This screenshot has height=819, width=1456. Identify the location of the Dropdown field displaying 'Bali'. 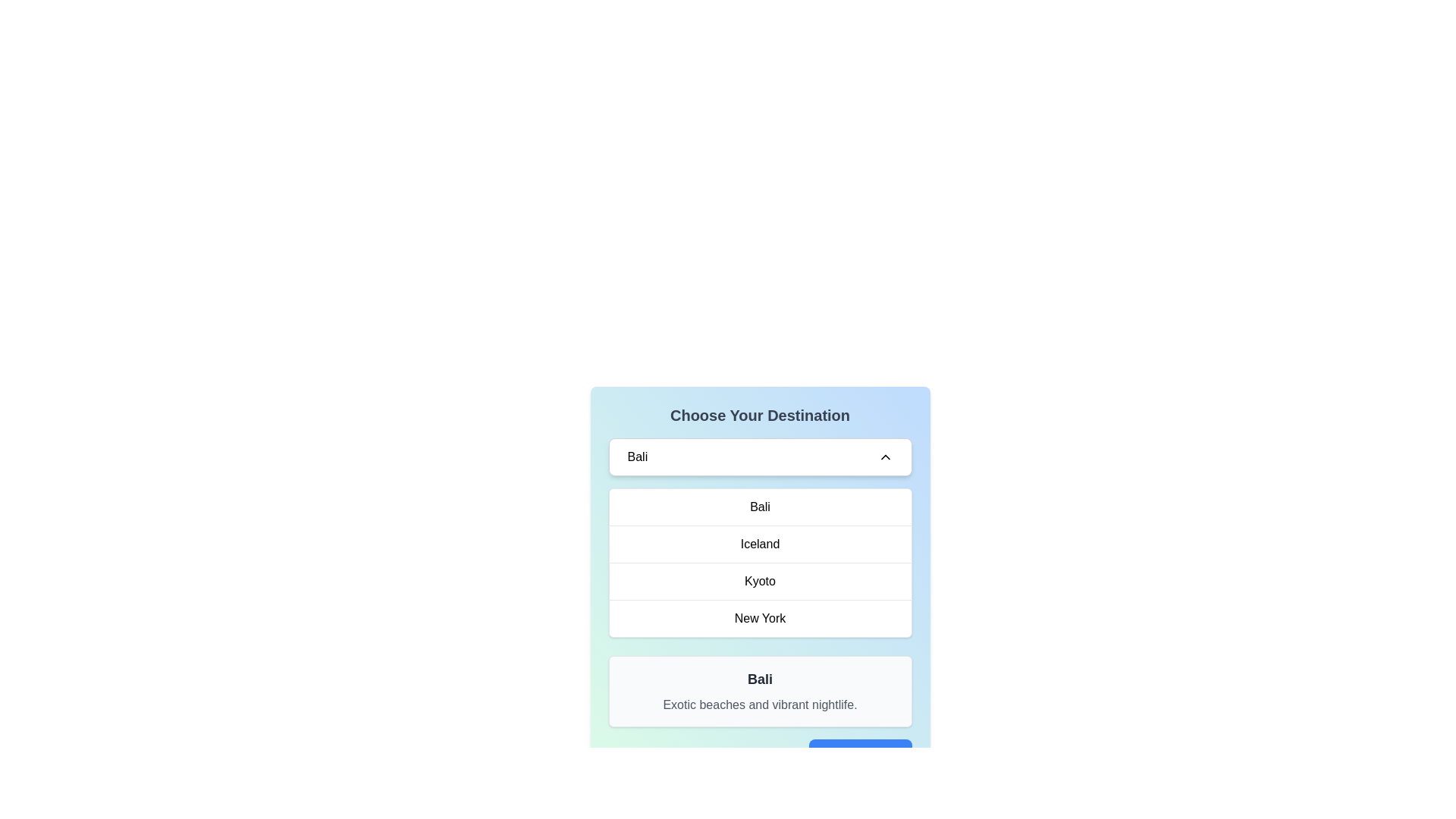
(760, 456).